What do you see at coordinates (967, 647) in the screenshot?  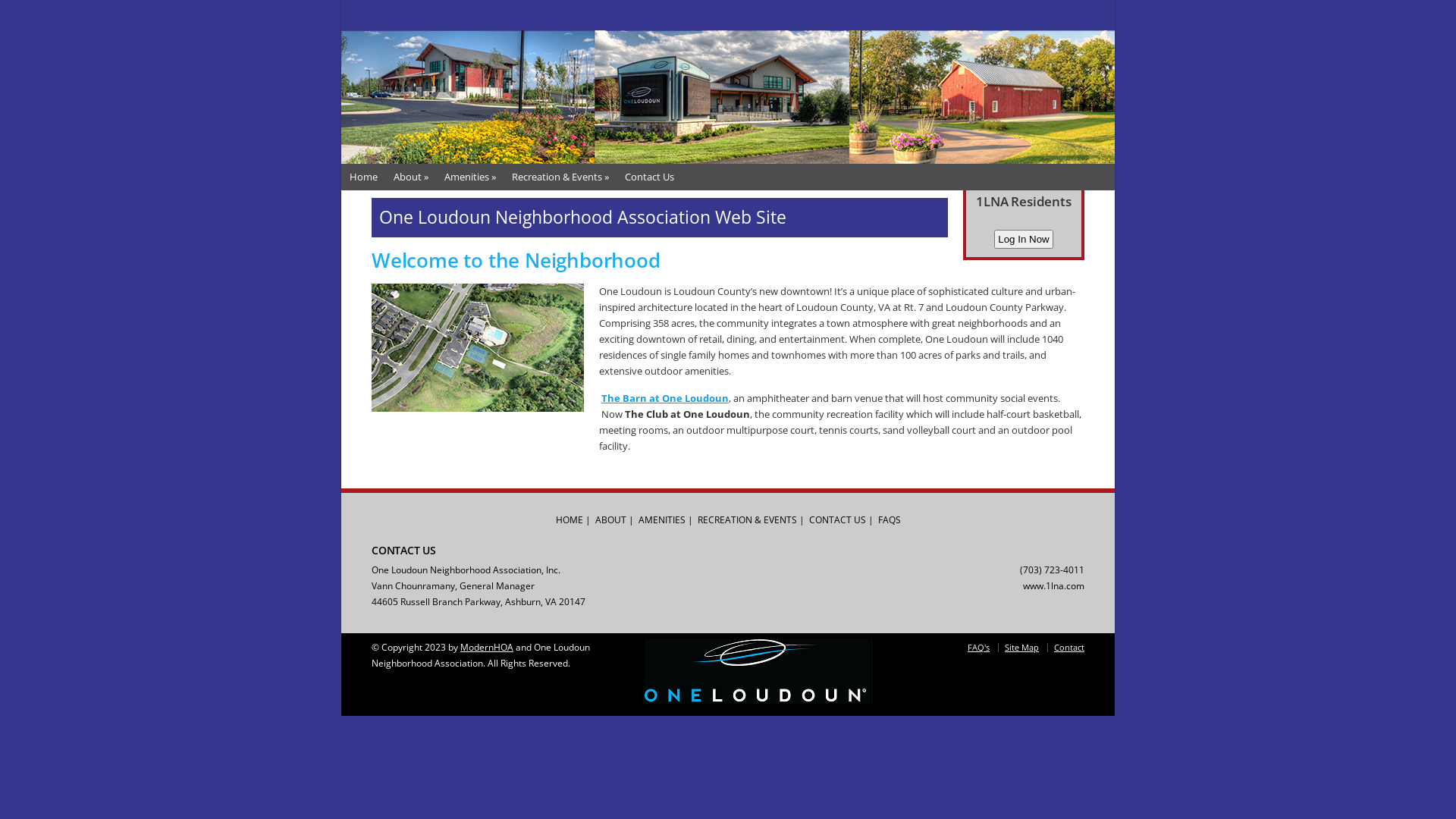 I see `'FAQ's'` at bounding box center [967, 647].